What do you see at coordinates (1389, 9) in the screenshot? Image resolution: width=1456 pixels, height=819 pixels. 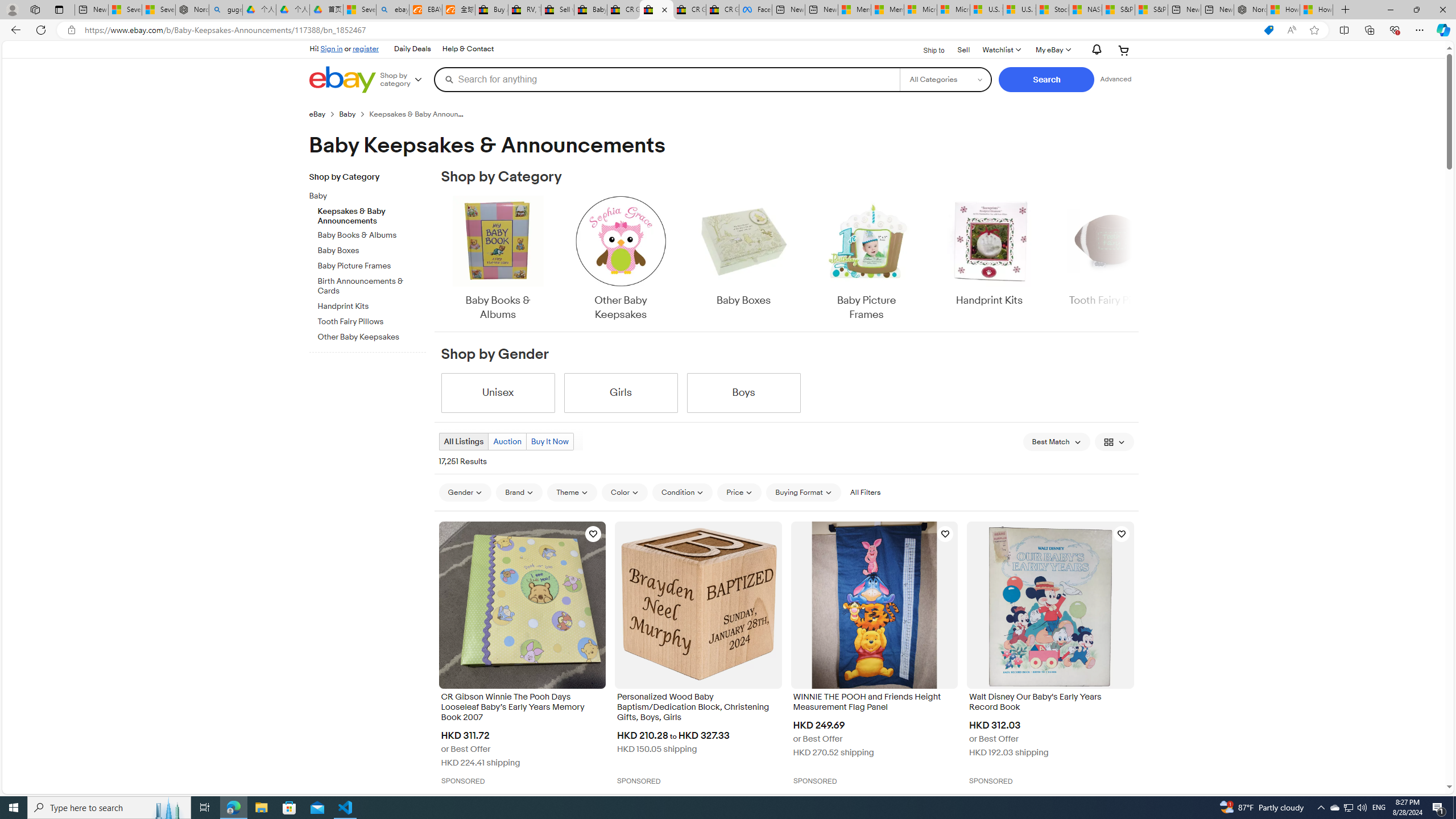 I see `'Minimize'` at bounding box center [1389, 9].